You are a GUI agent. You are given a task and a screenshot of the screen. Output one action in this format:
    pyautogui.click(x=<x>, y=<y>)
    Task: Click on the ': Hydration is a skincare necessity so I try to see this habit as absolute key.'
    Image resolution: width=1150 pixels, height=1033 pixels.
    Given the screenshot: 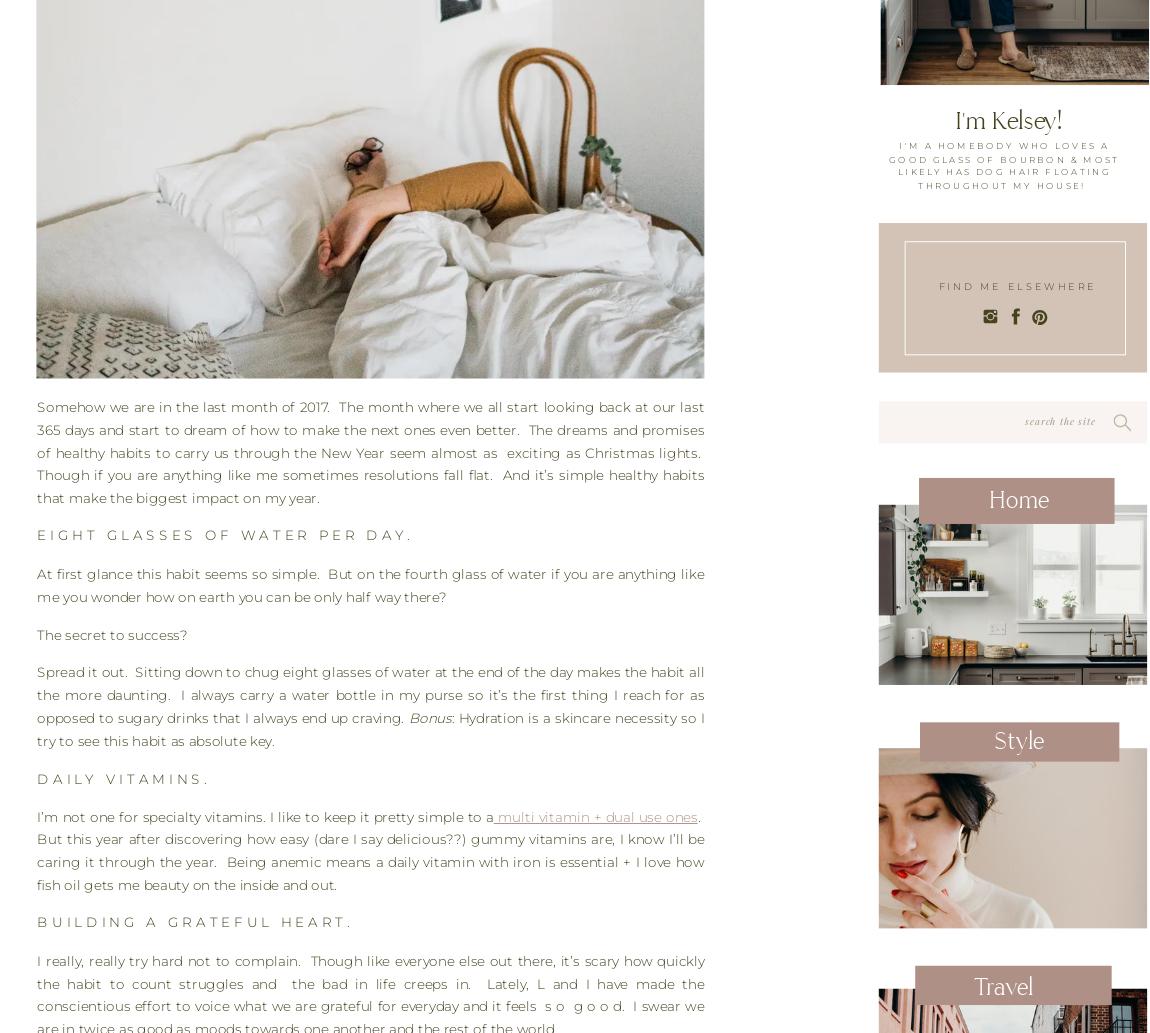 What is the action you would take?
    pyautogui.click(x=370, y=730)
    